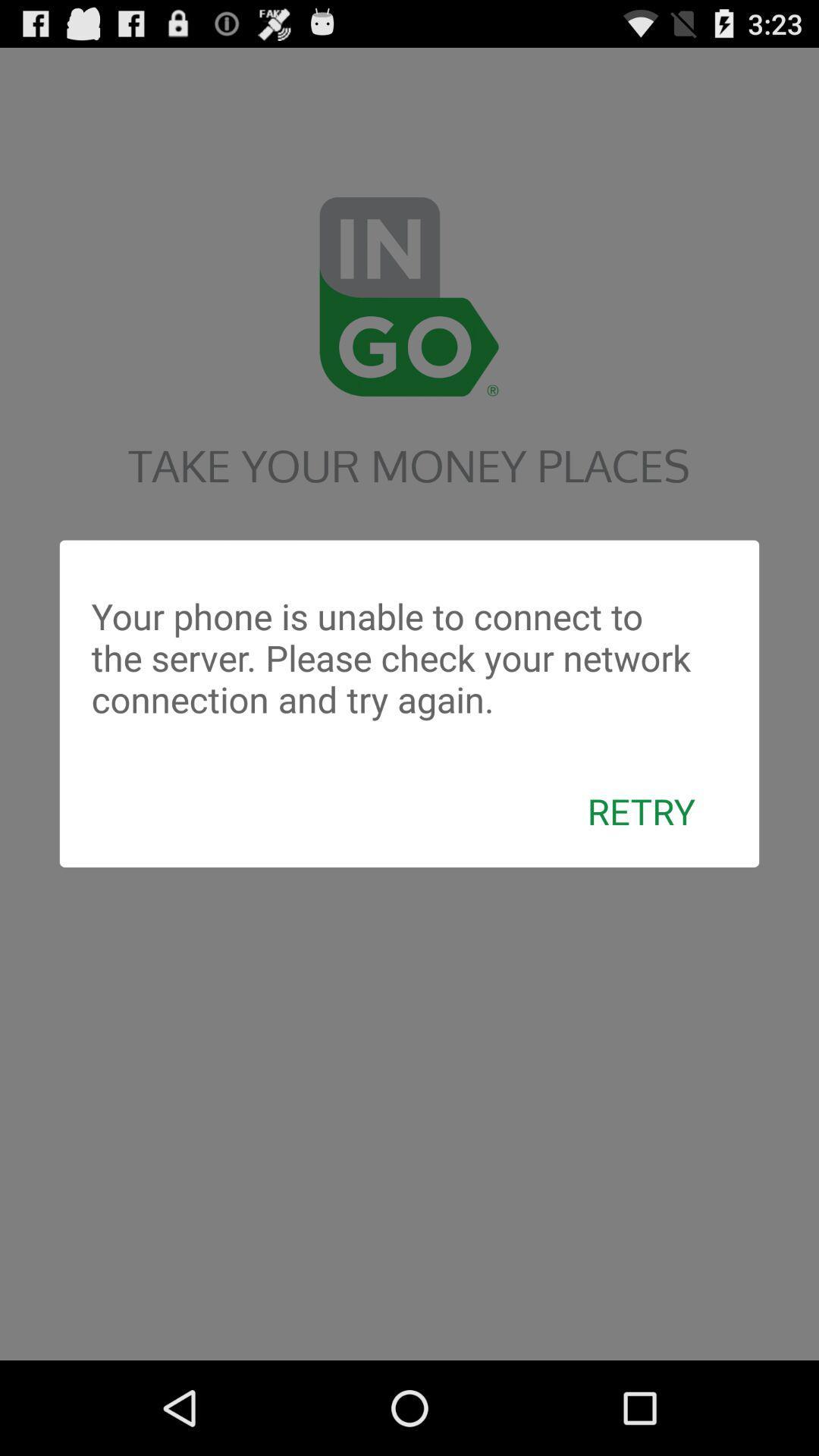 The height and width of the screenshot is (1456, 819). I want to click on the item below your phone is item, so click(641, 810).